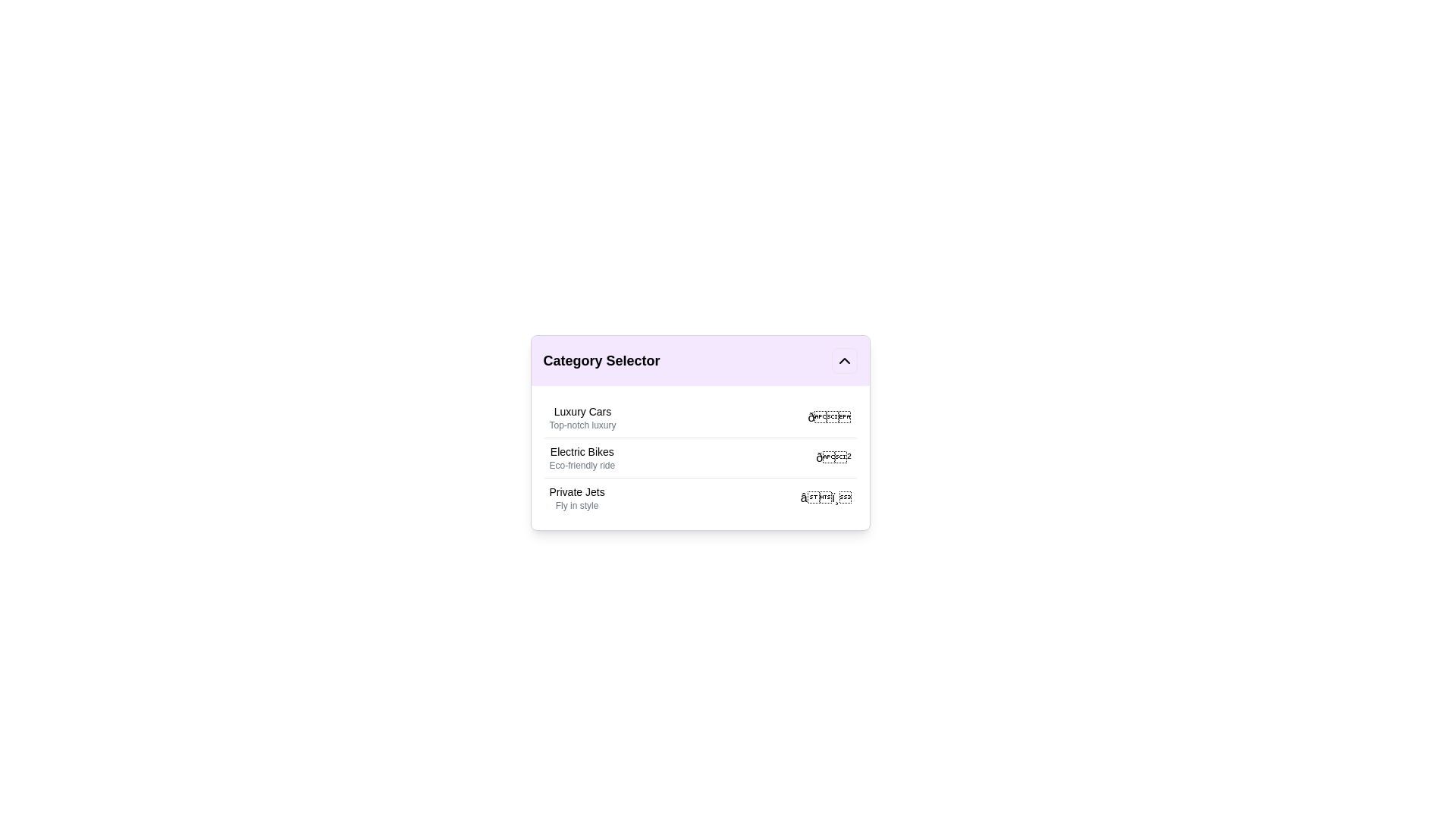 This screenshot has height=819, width=1456. What do you see at coordinates (825, 497) in the screenshot?
I see `the airplane emoji icon positioned to the far-right within the 'Private Jets' list item, serving as a decorative indicator` at bounding box center [825, 497].